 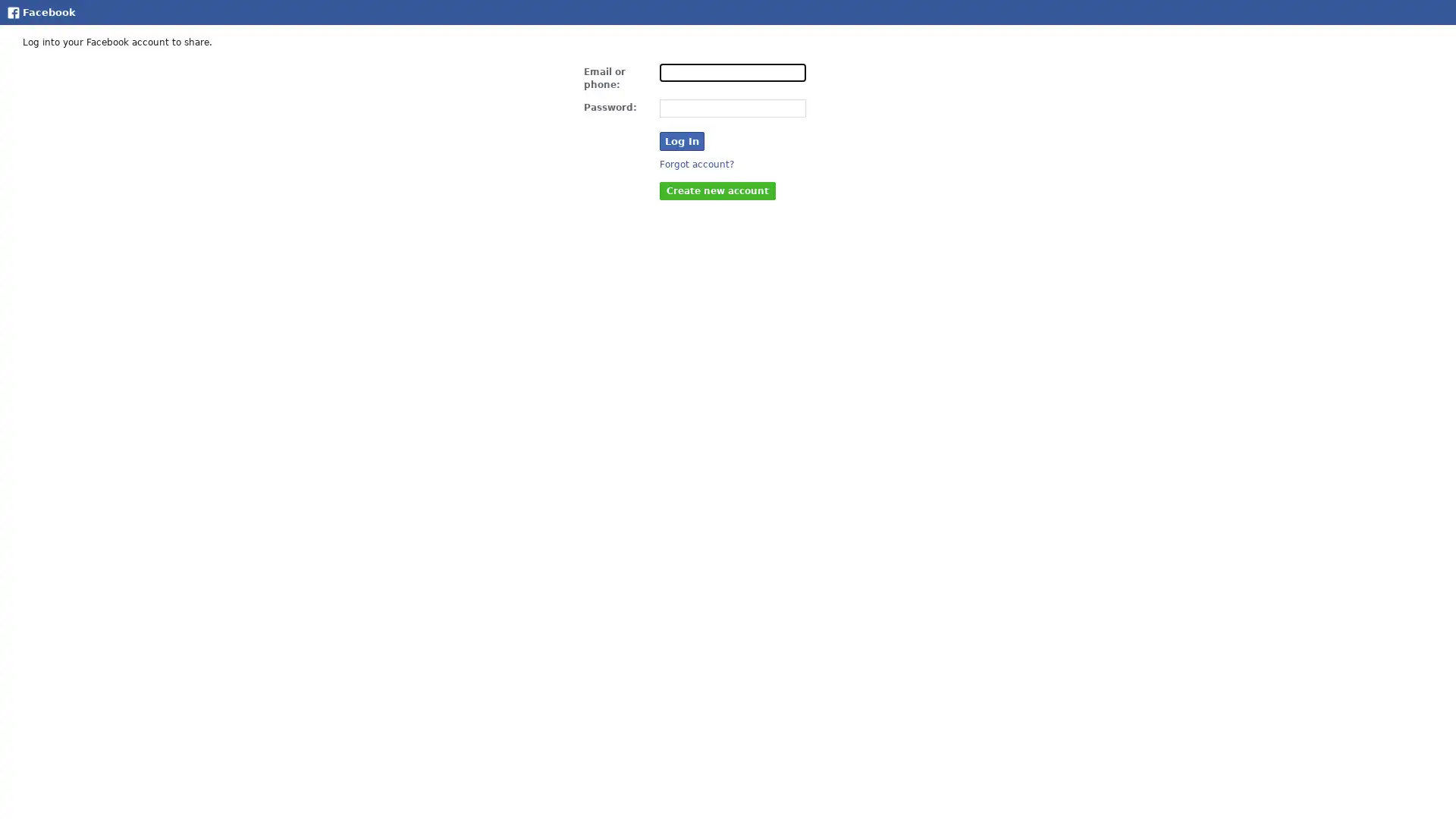 I want to click on Create new account, so click(x=717, y=189).